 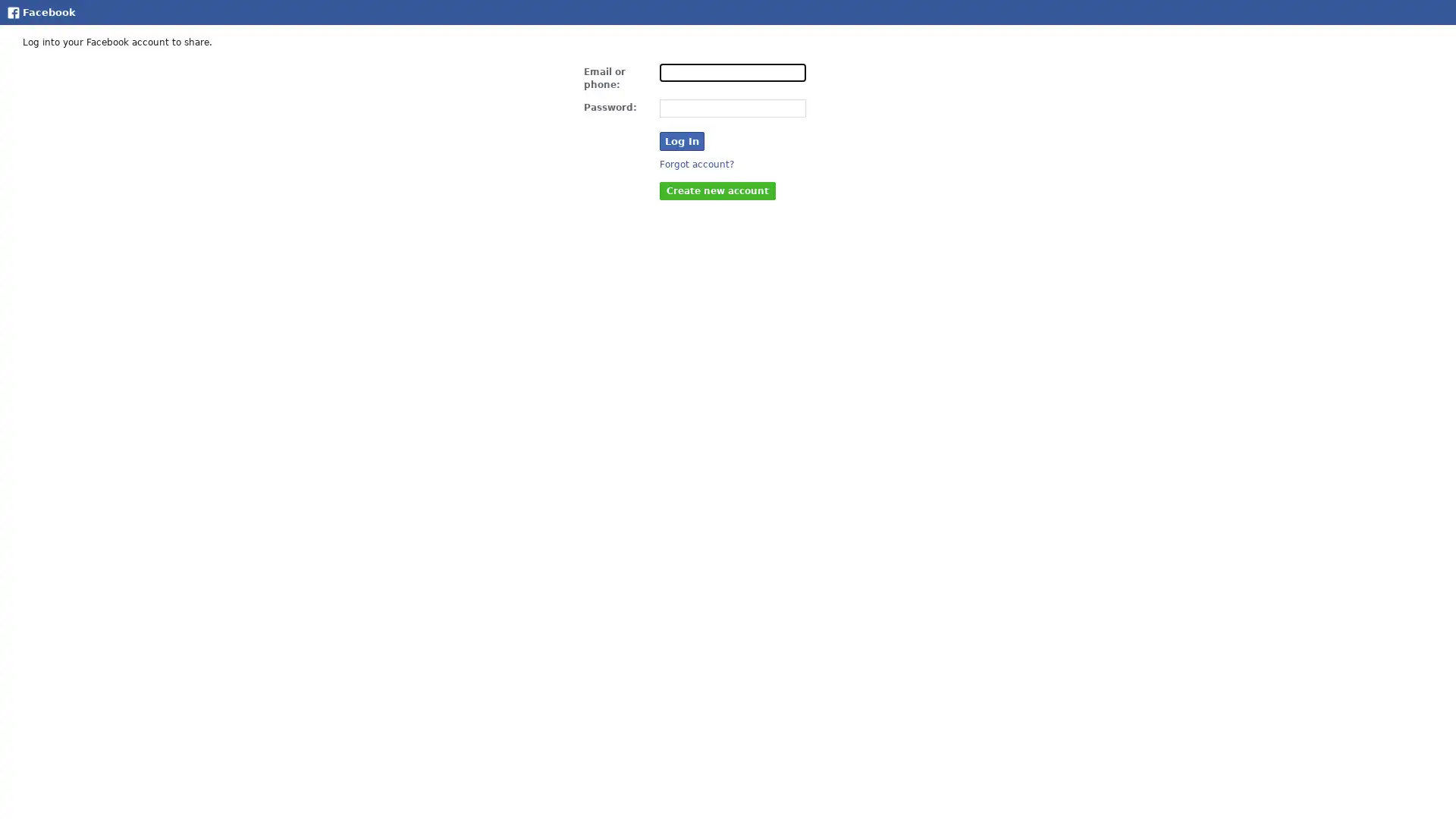 I want to click on Create new account, so click(x=717, y=189).